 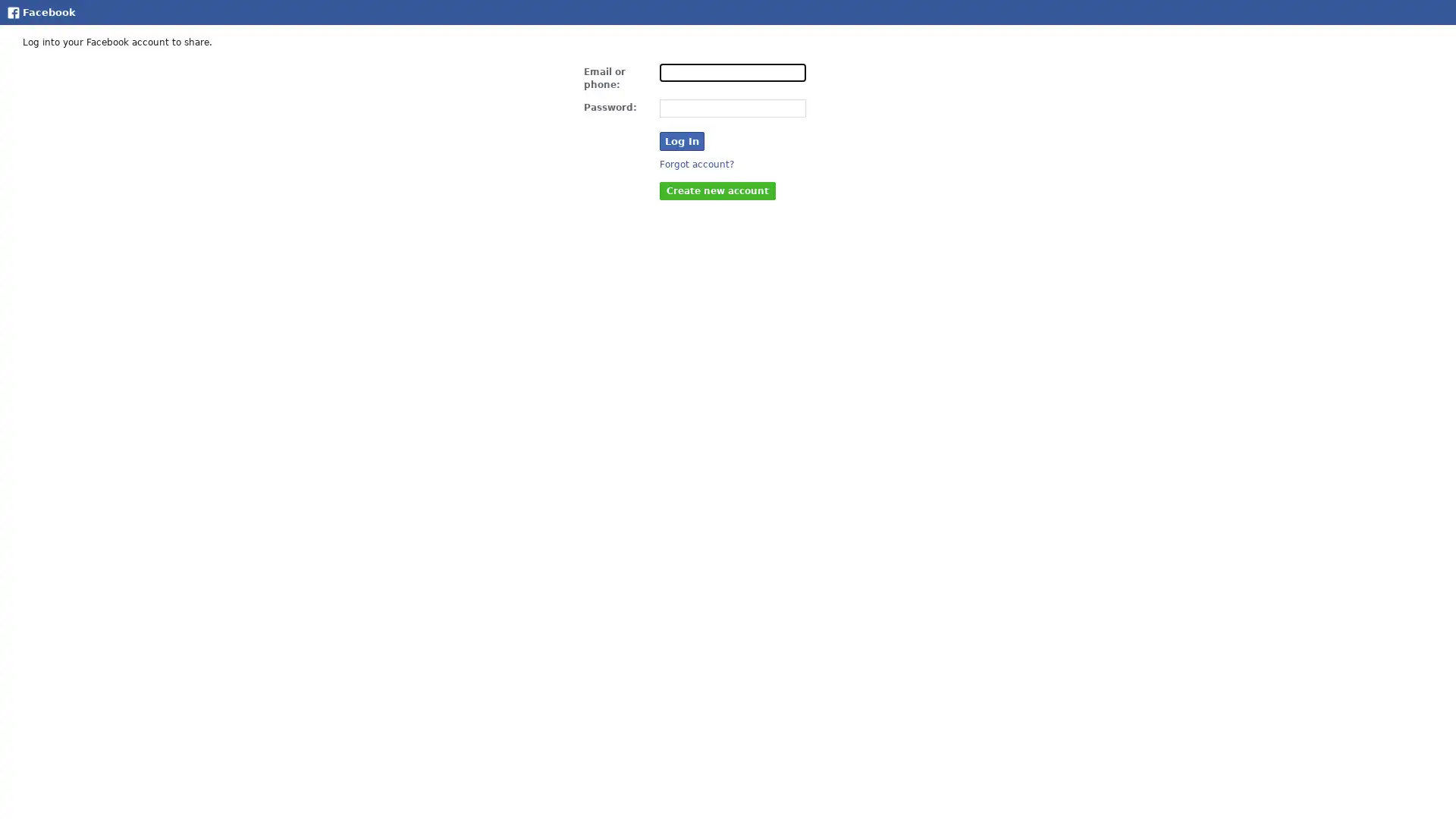 I want to click on Create new account, so click(x=717, y=189).